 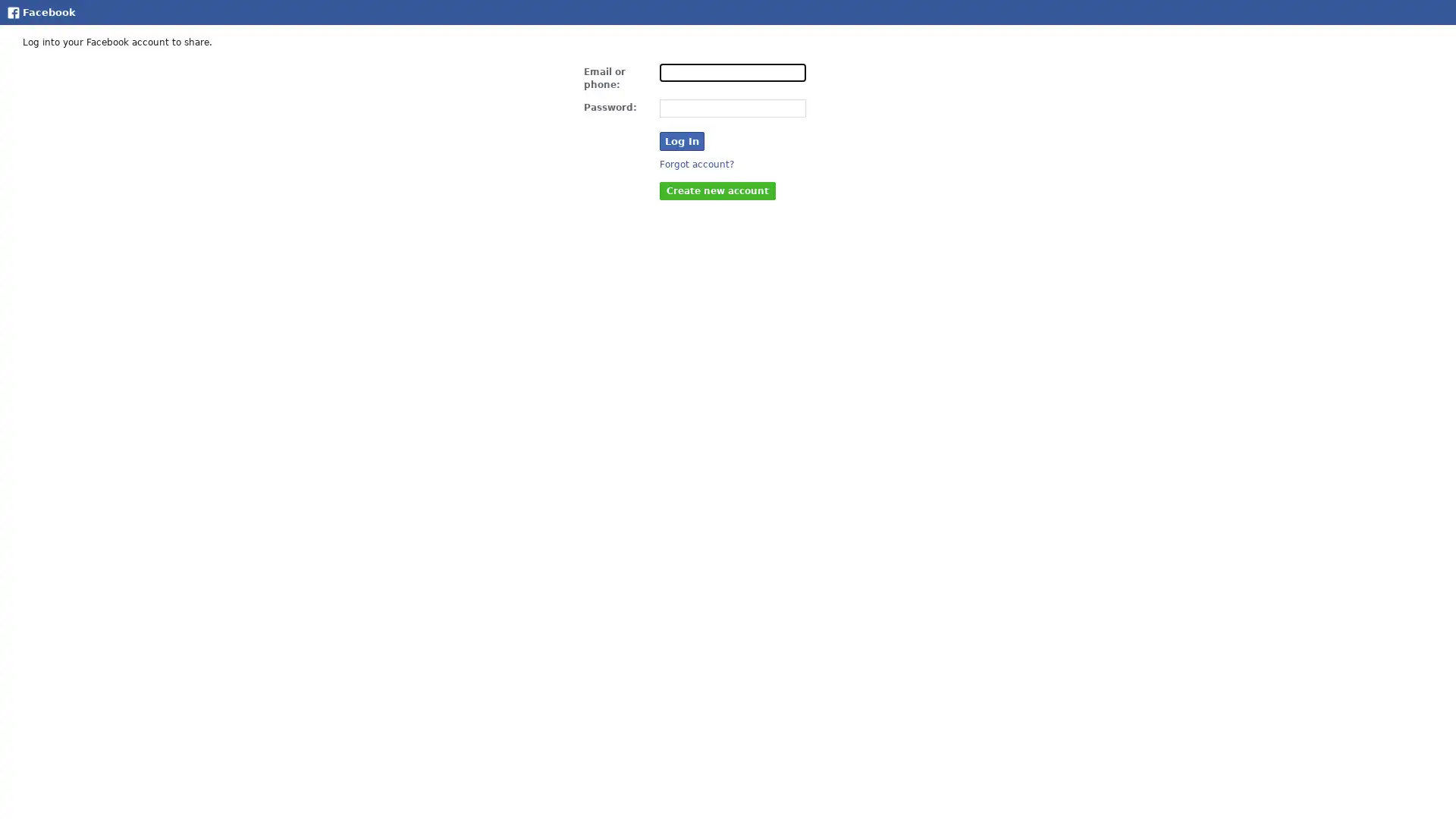 I want to click on Create new account, so click(x=717, y=189).